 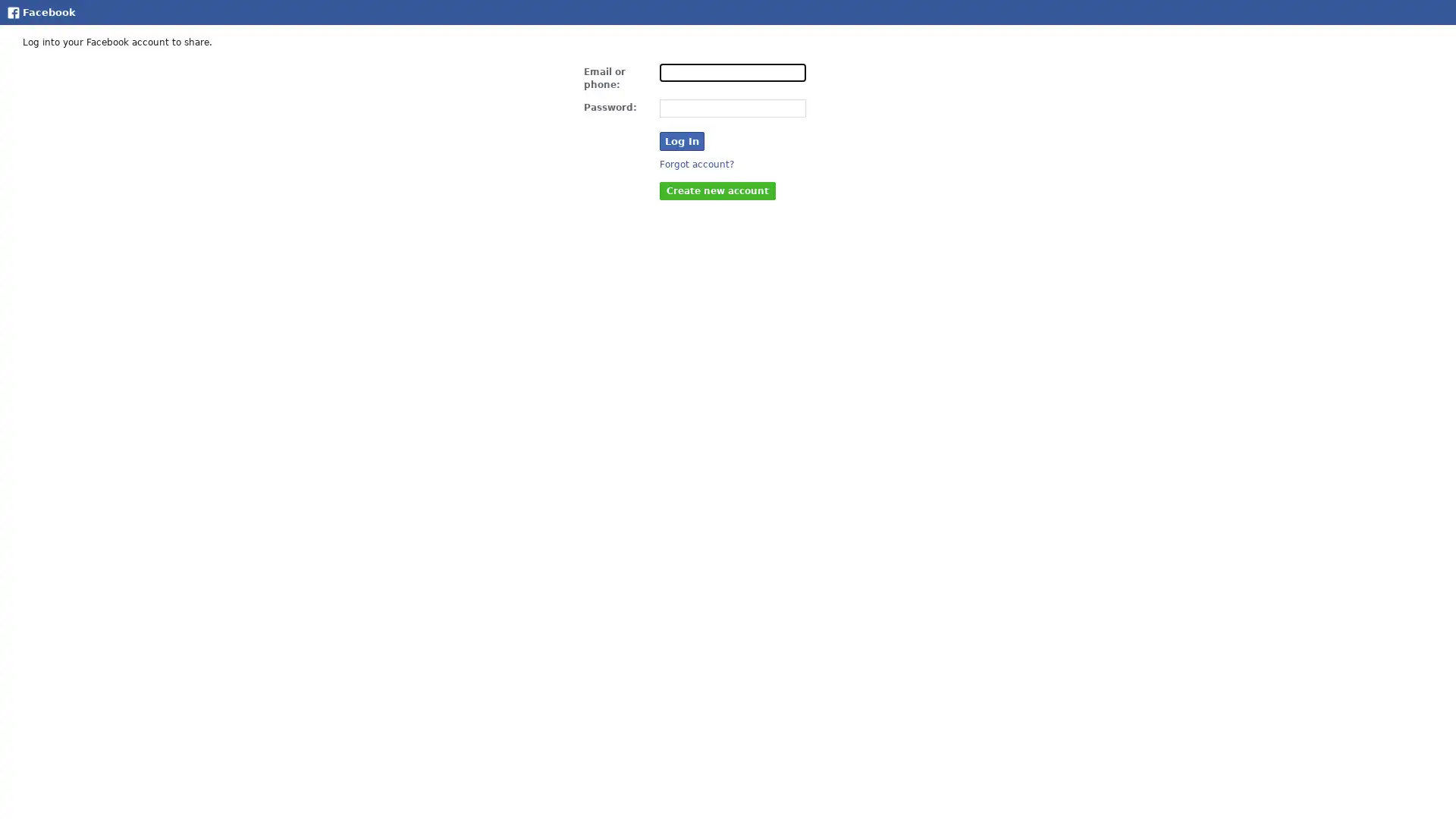 I want to click on Create new account, so click(x=717, y=189).